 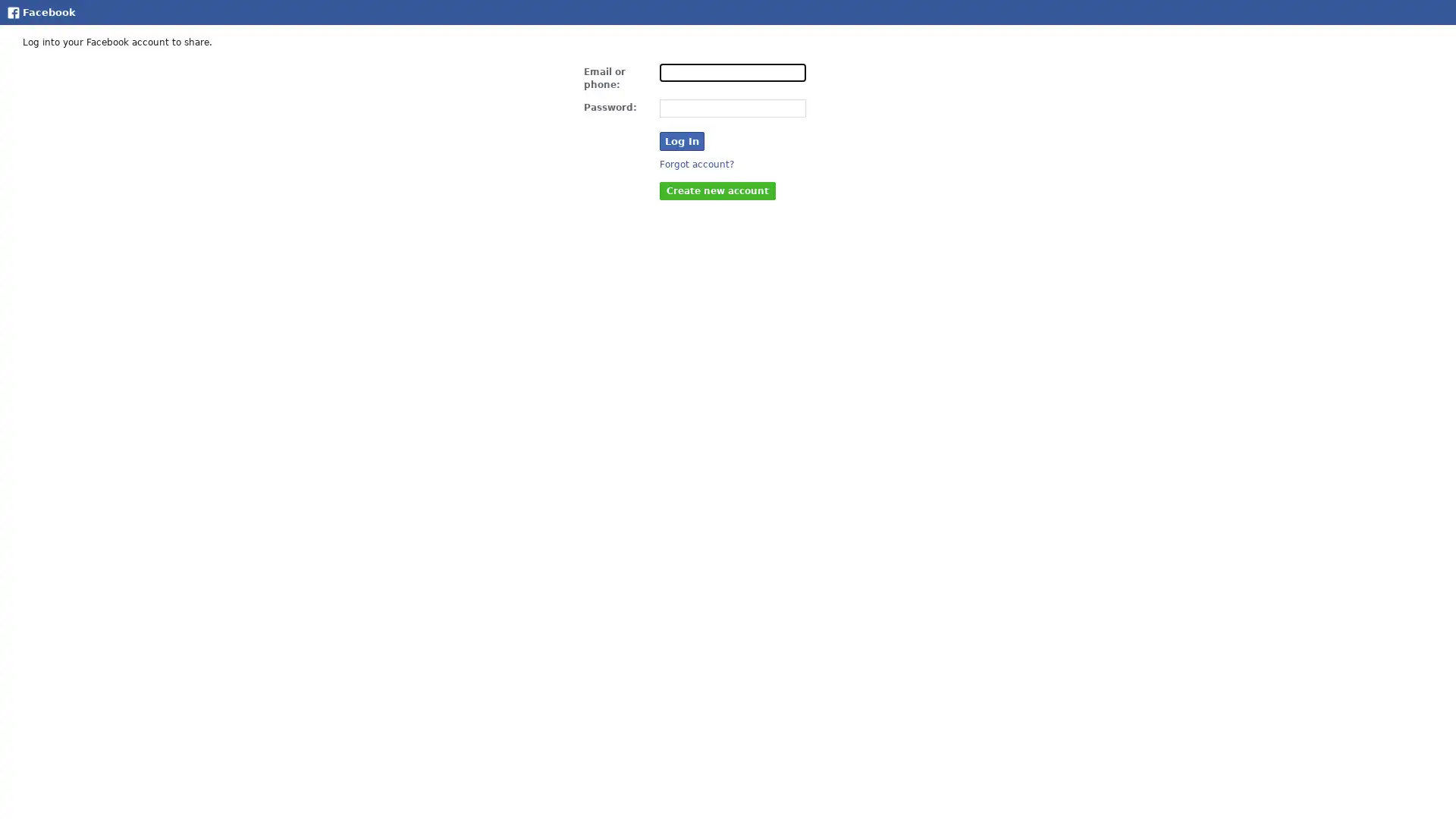 I want to click on Create new account, so click(x=717, y=189).